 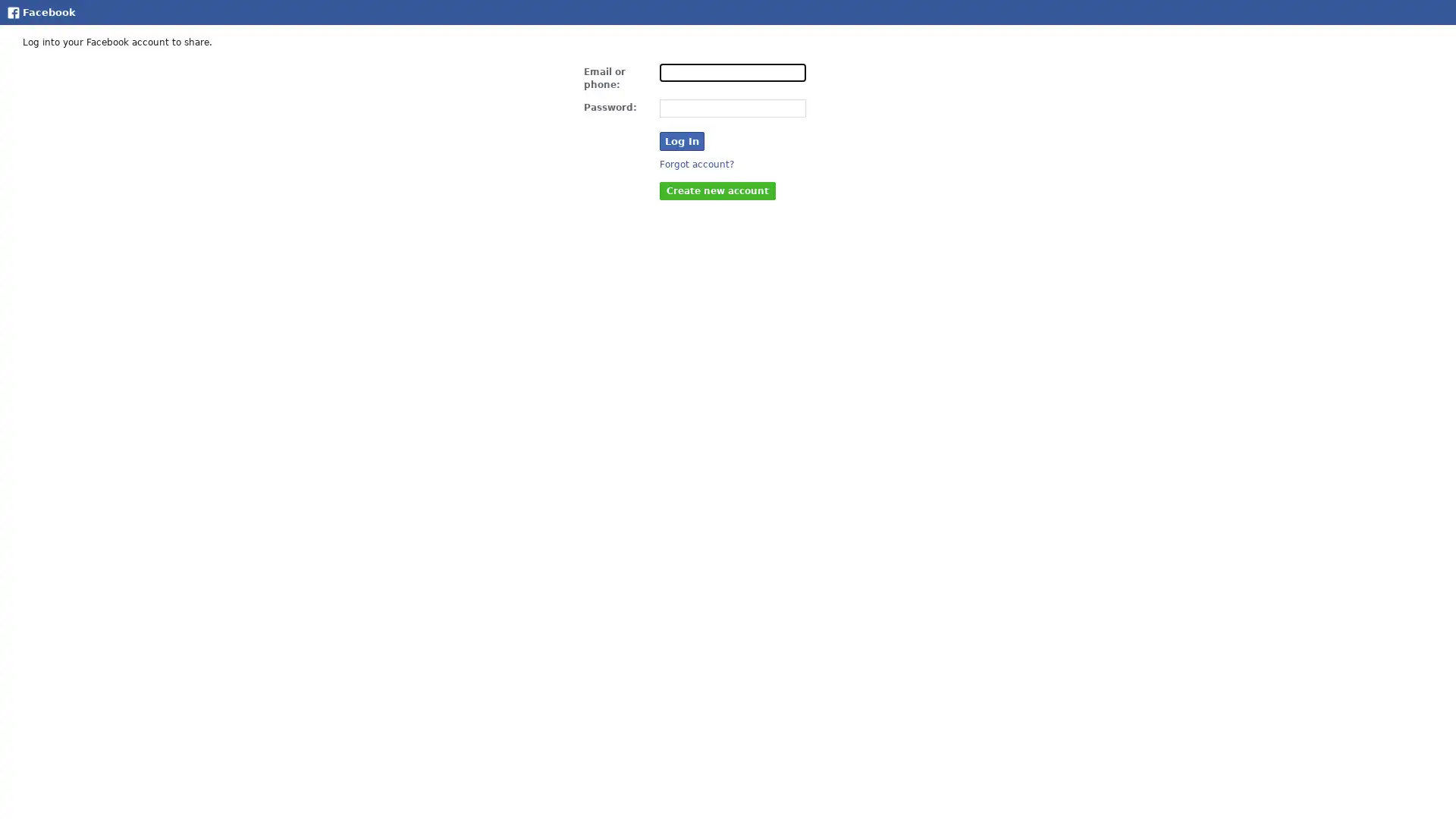 I want to click on Create new account, so click(x=717, y=189).